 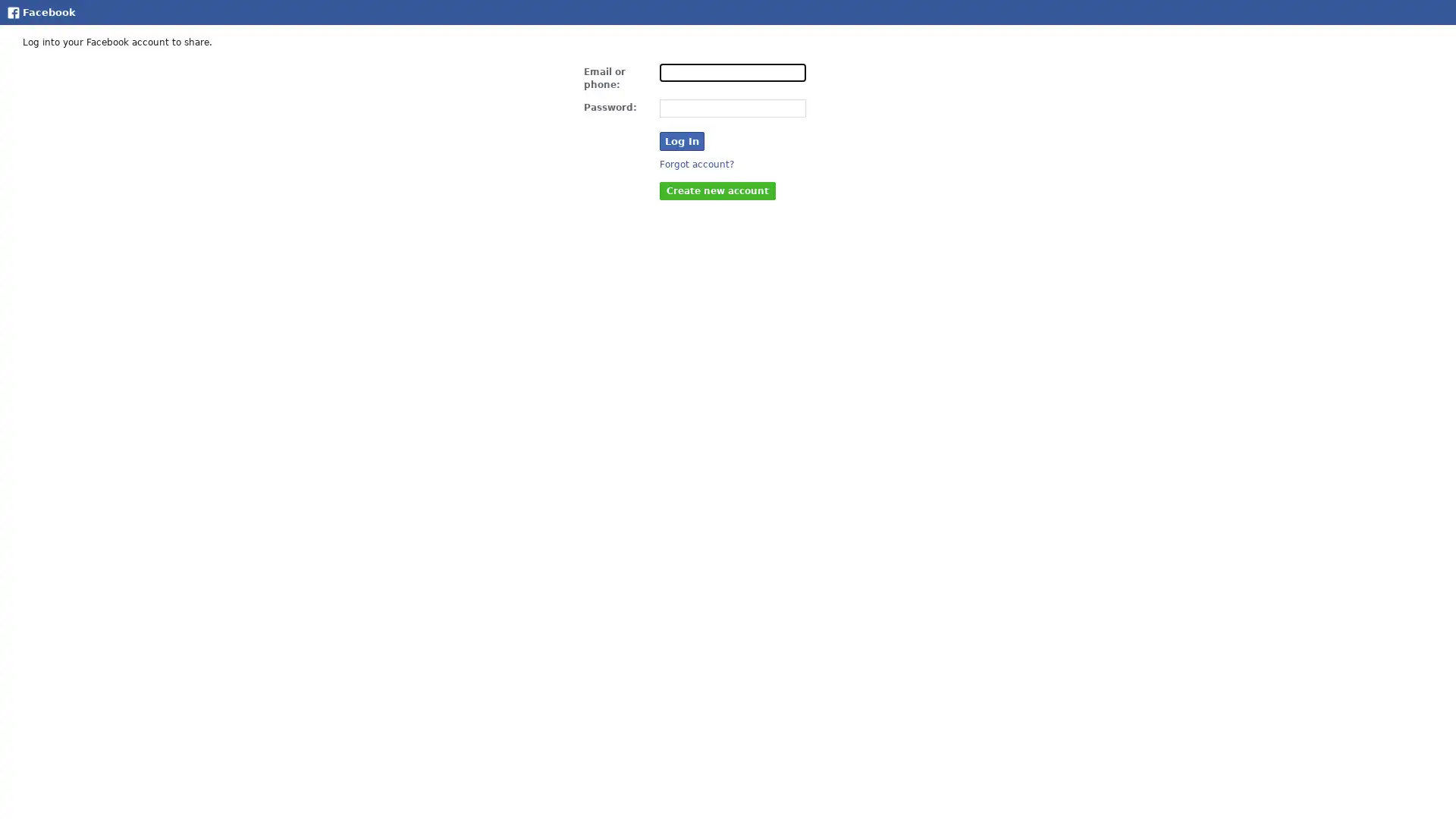 I want to click on Create new account, so click(x=717, y=189).